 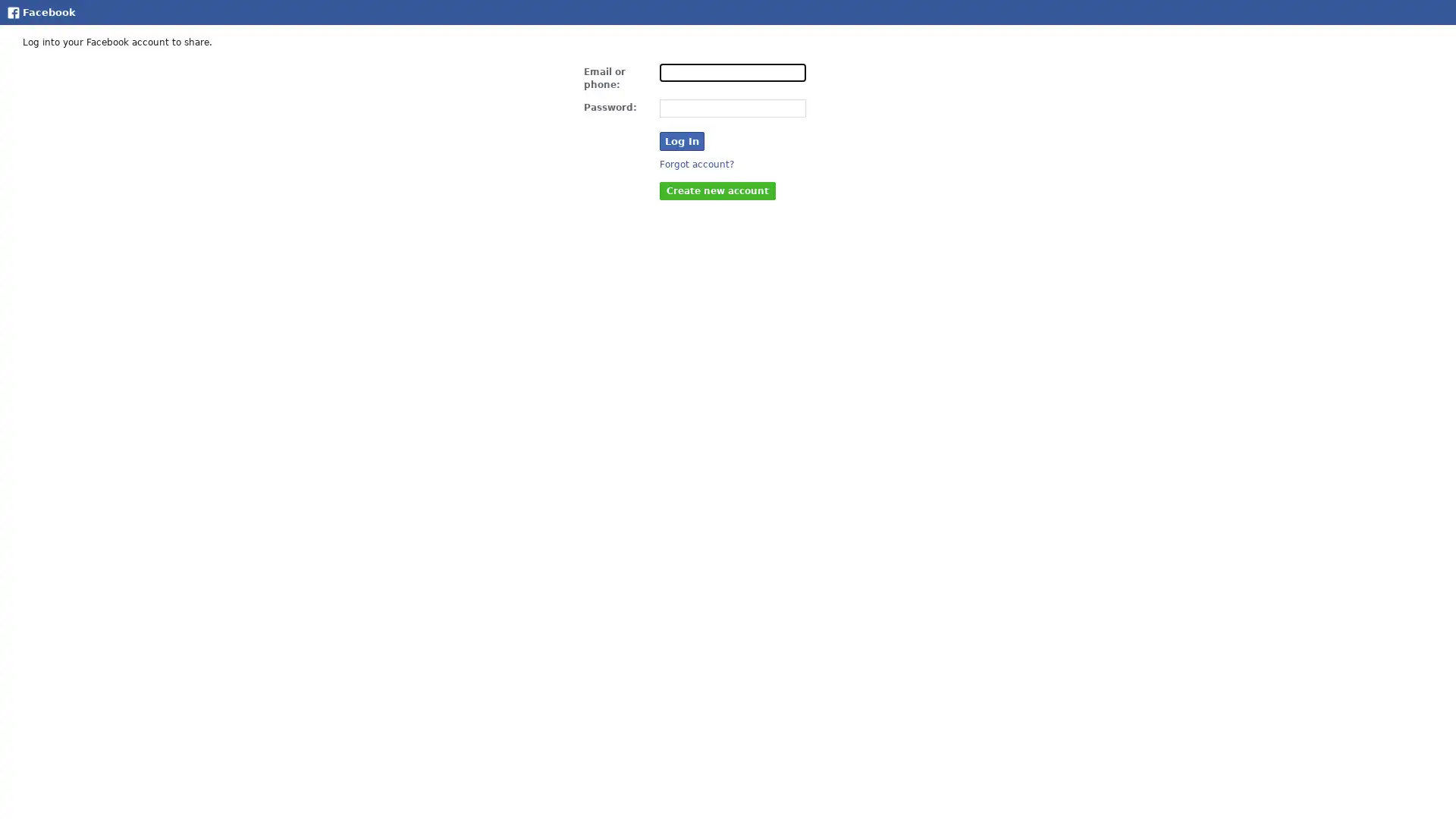 I want to click on Create new account, so click(x=717, y=189).